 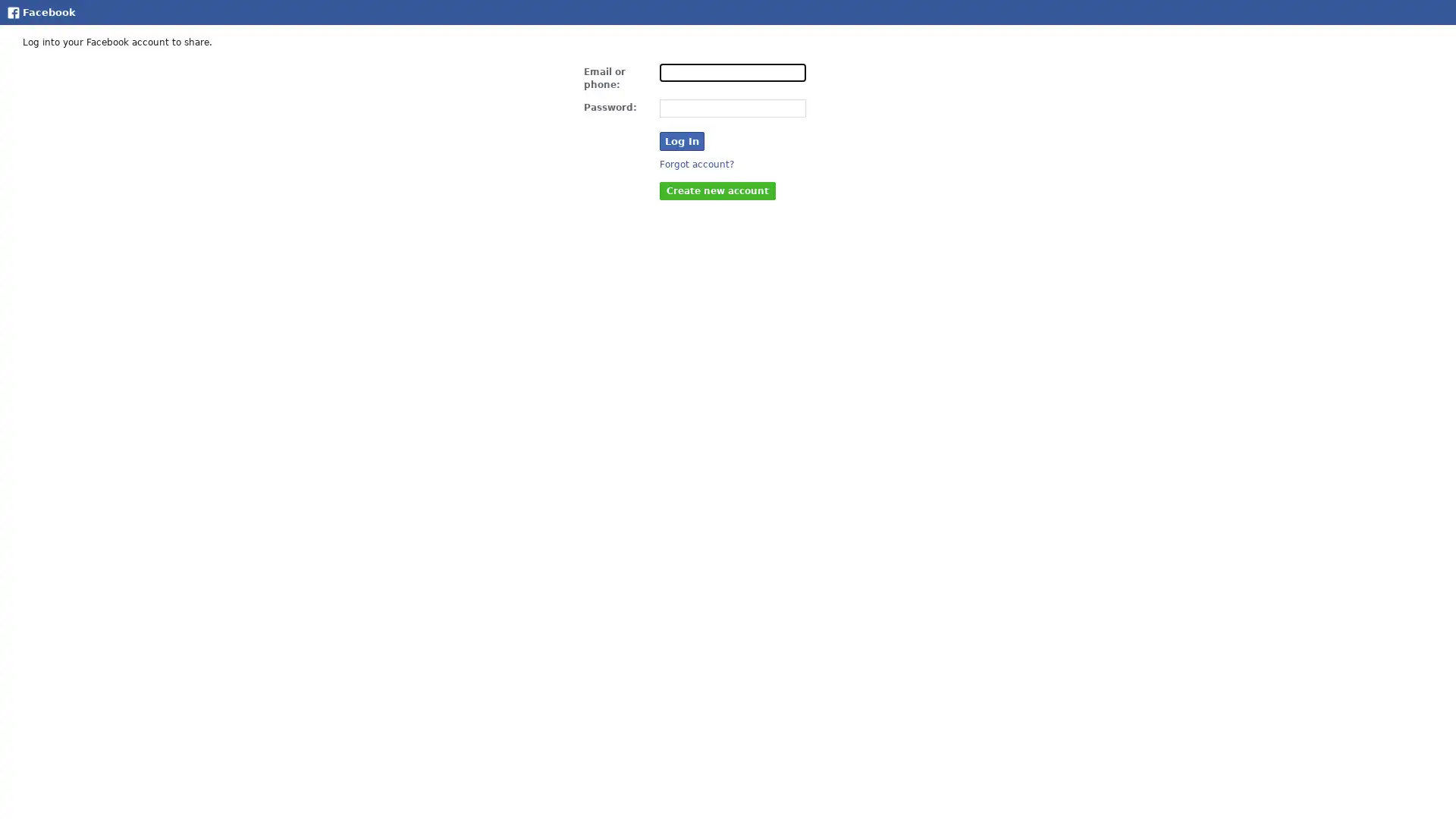 I want to click on Create new account, so click(x=717, y=189).